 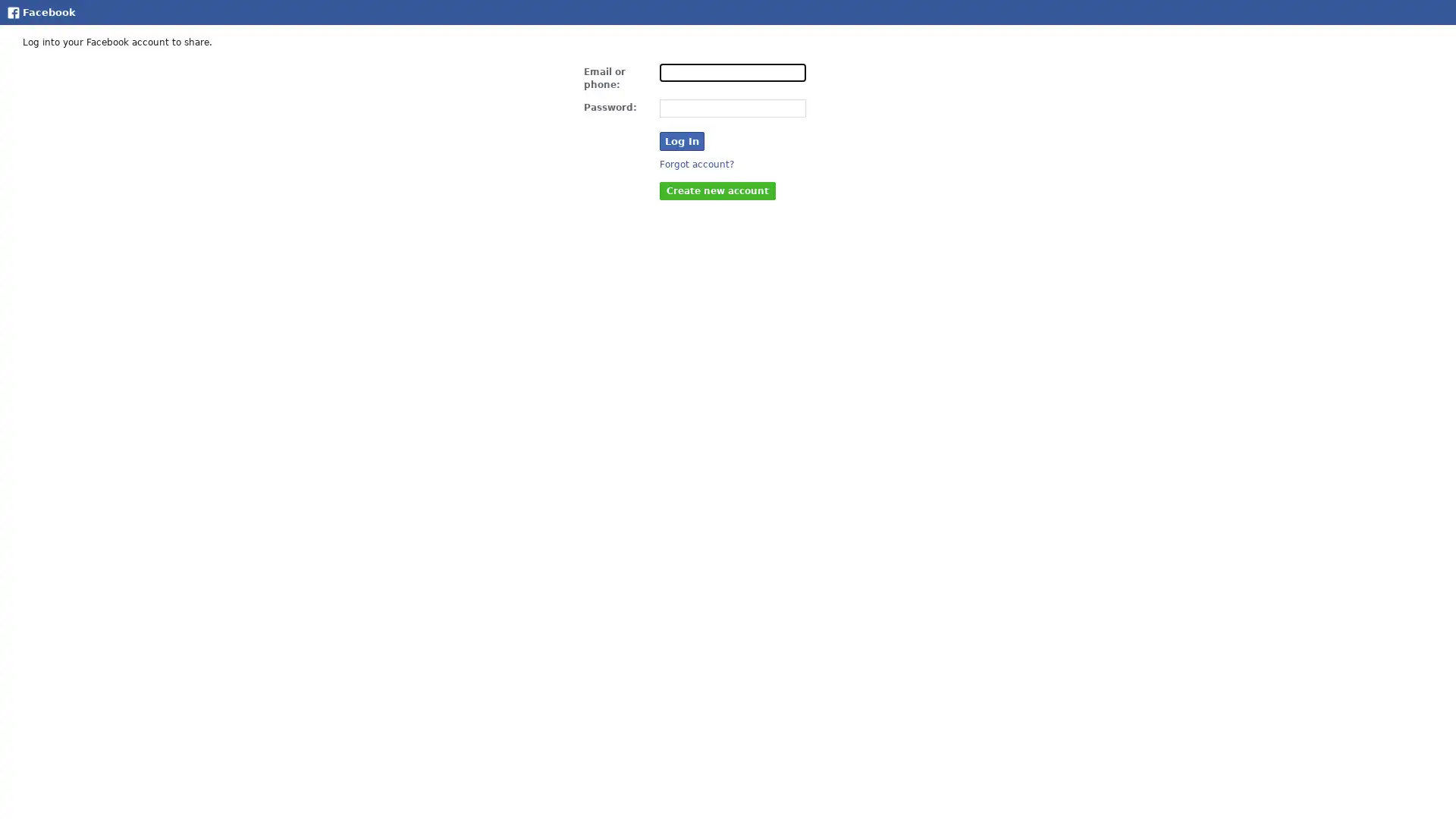 I want to click on Create new account, so click(x=717, y=189).